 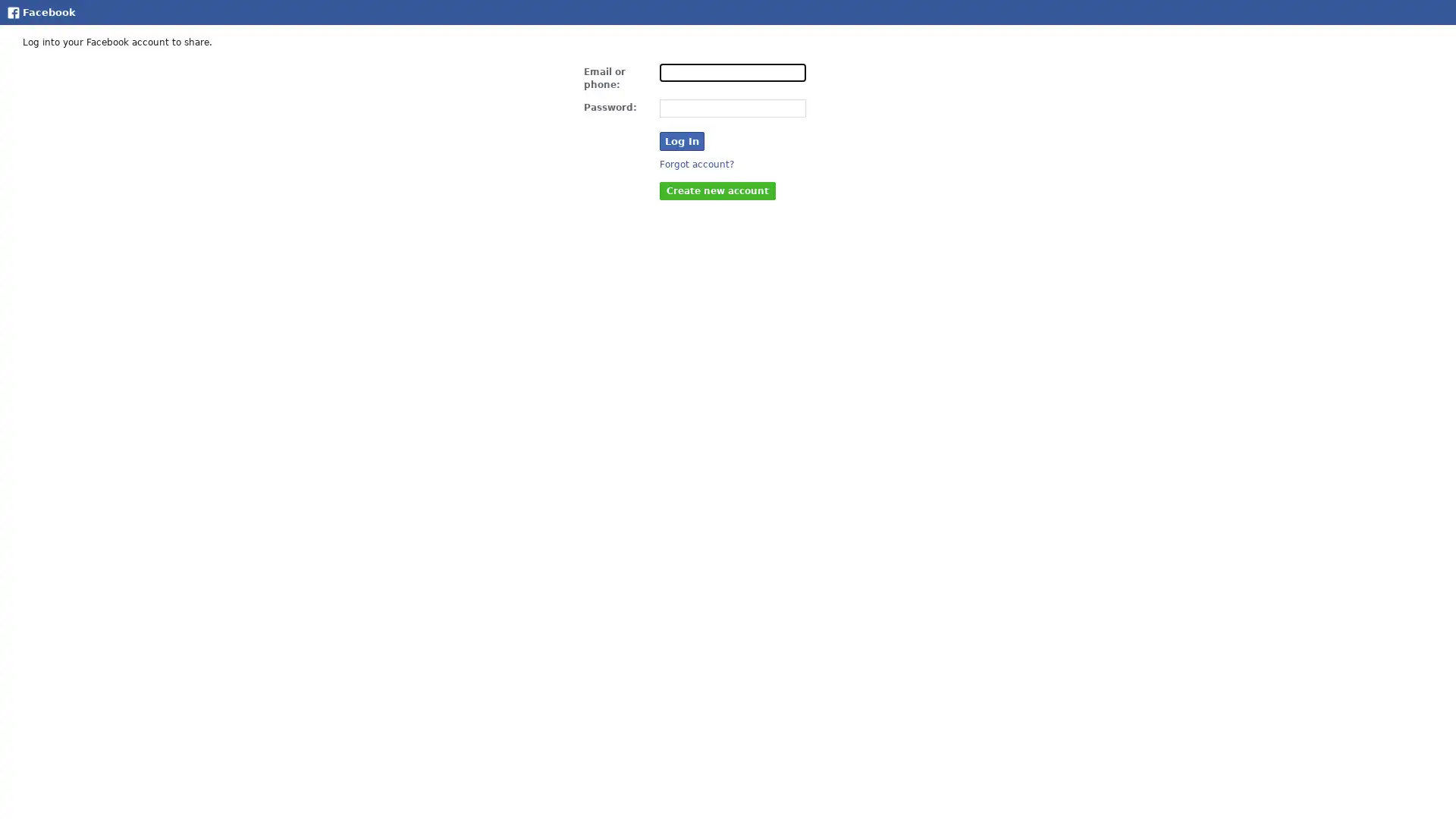 I want to click on Create new account, so click(x=717, y=189).